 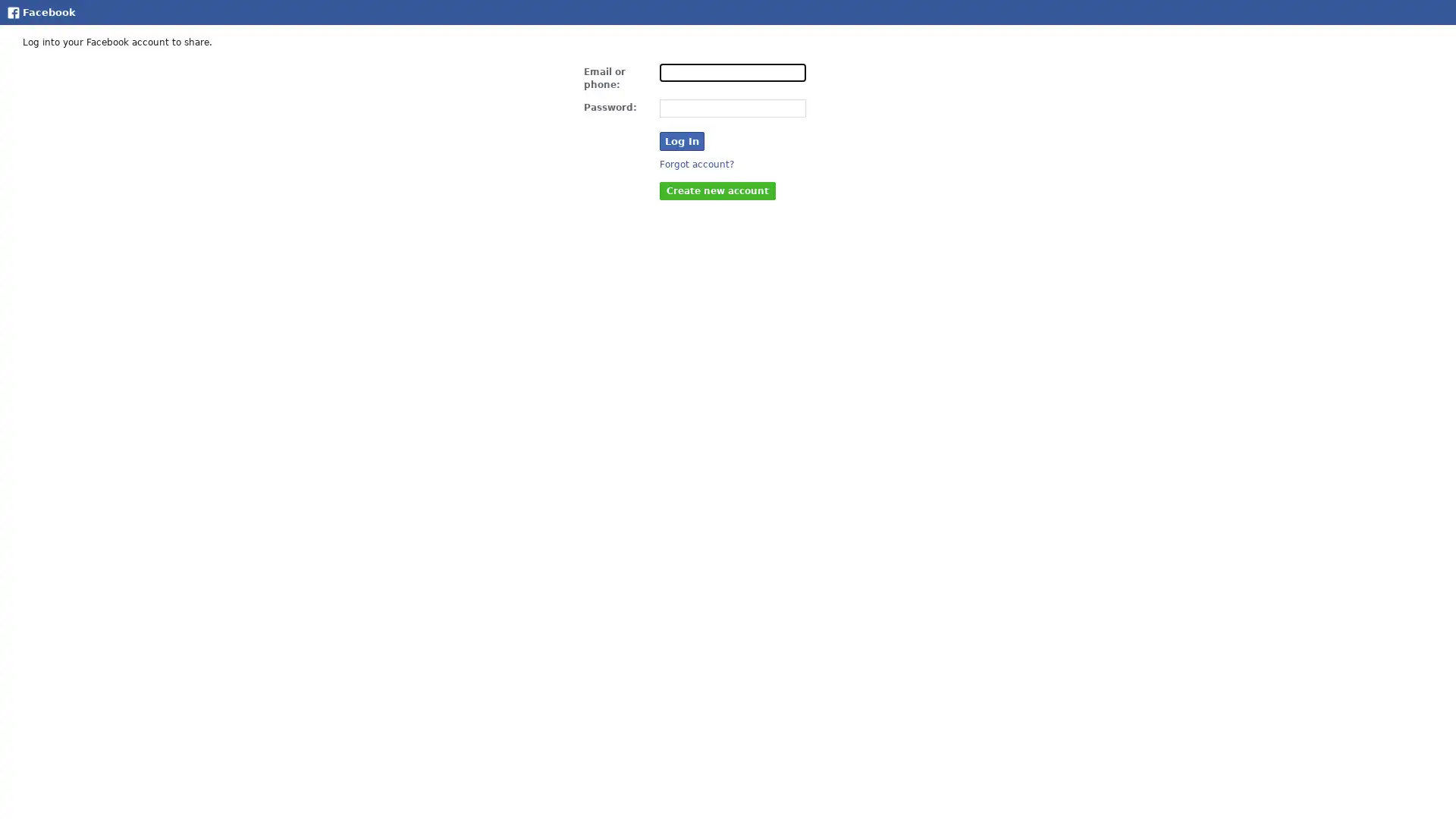 I want to click on Create new account, so click(x=717, y=189).